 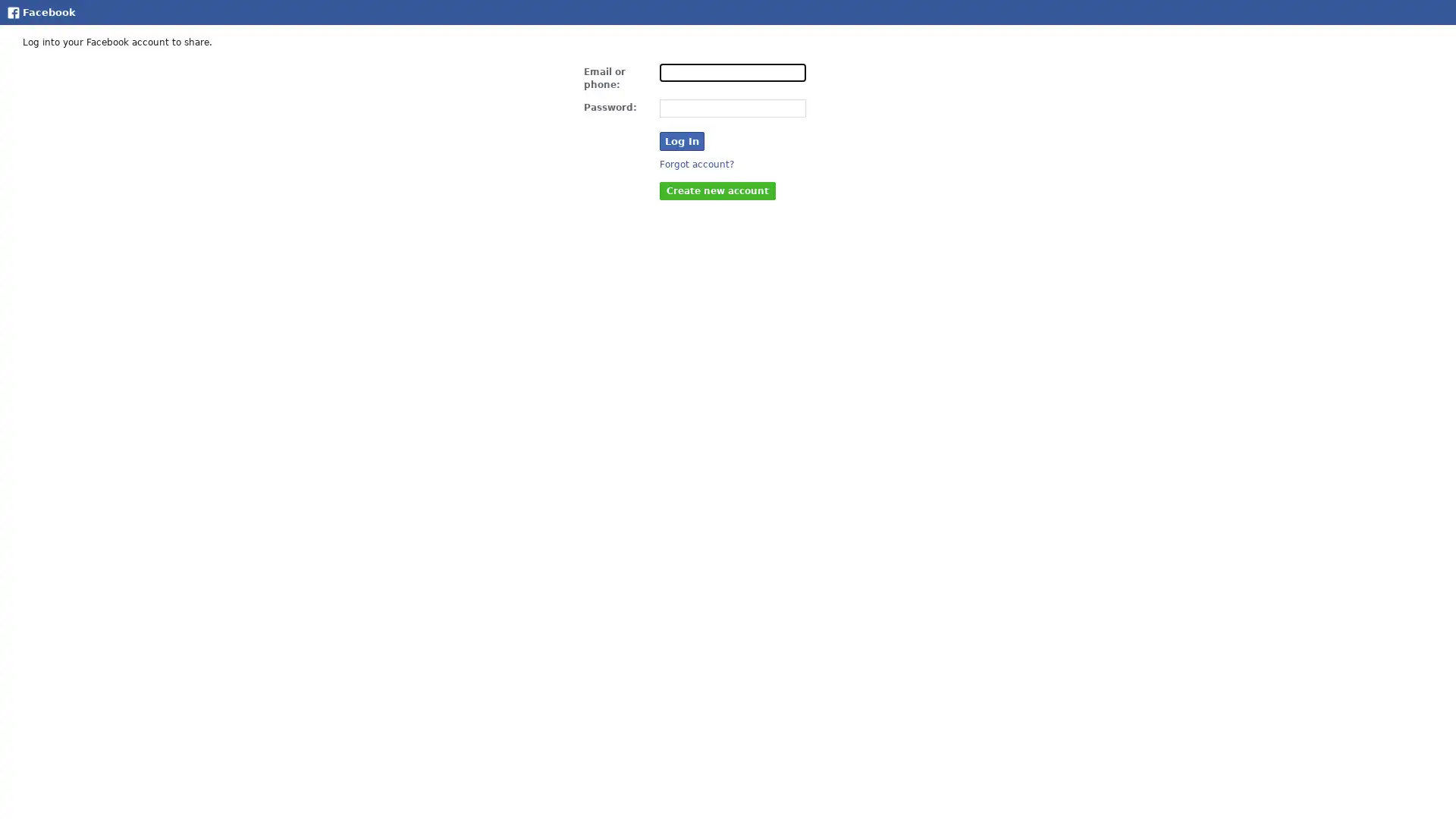 I want to click on Create new account, so click(x=717, y=189).